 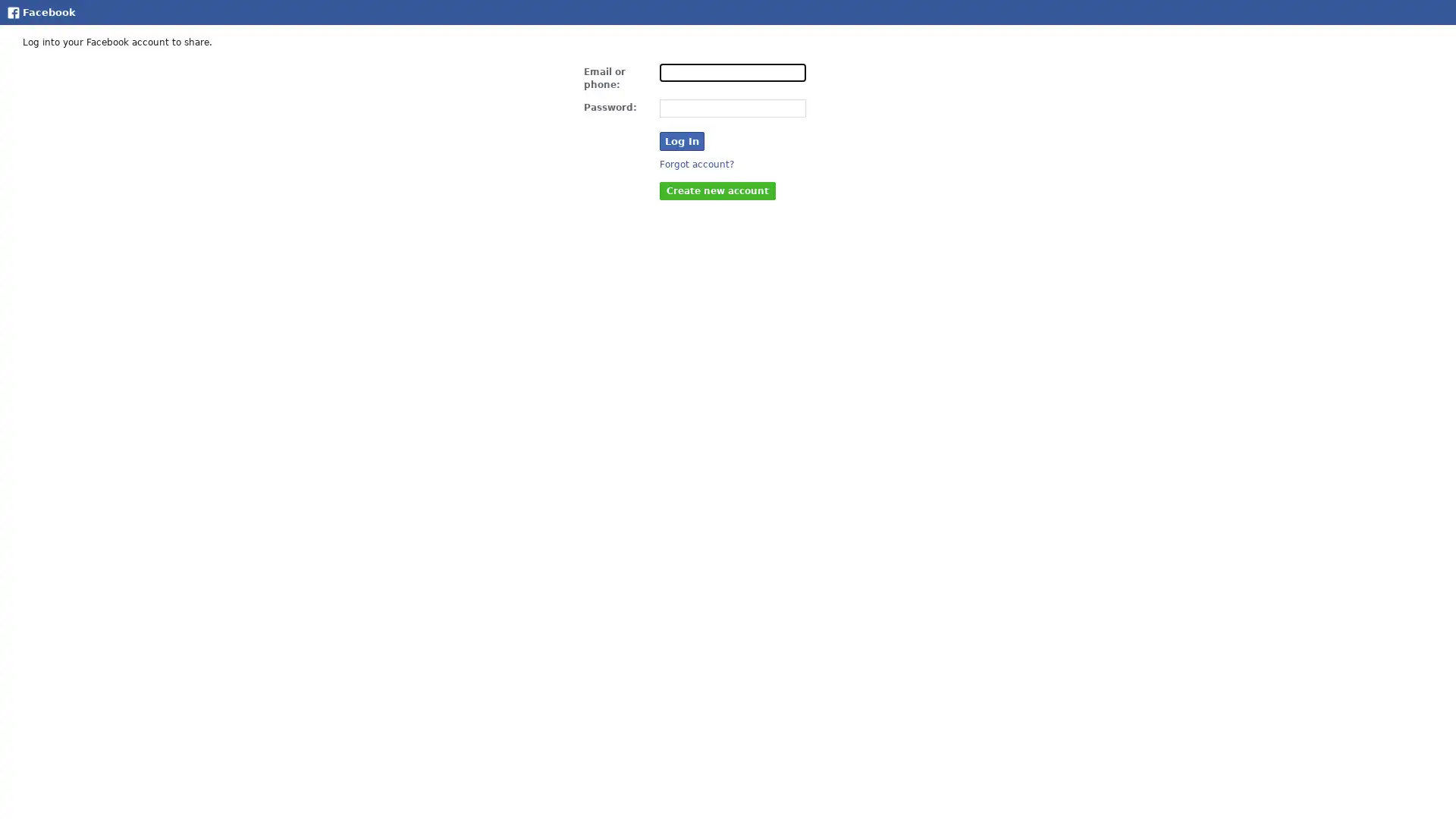 I want to click on Create new account, so click(x=717, y=189).